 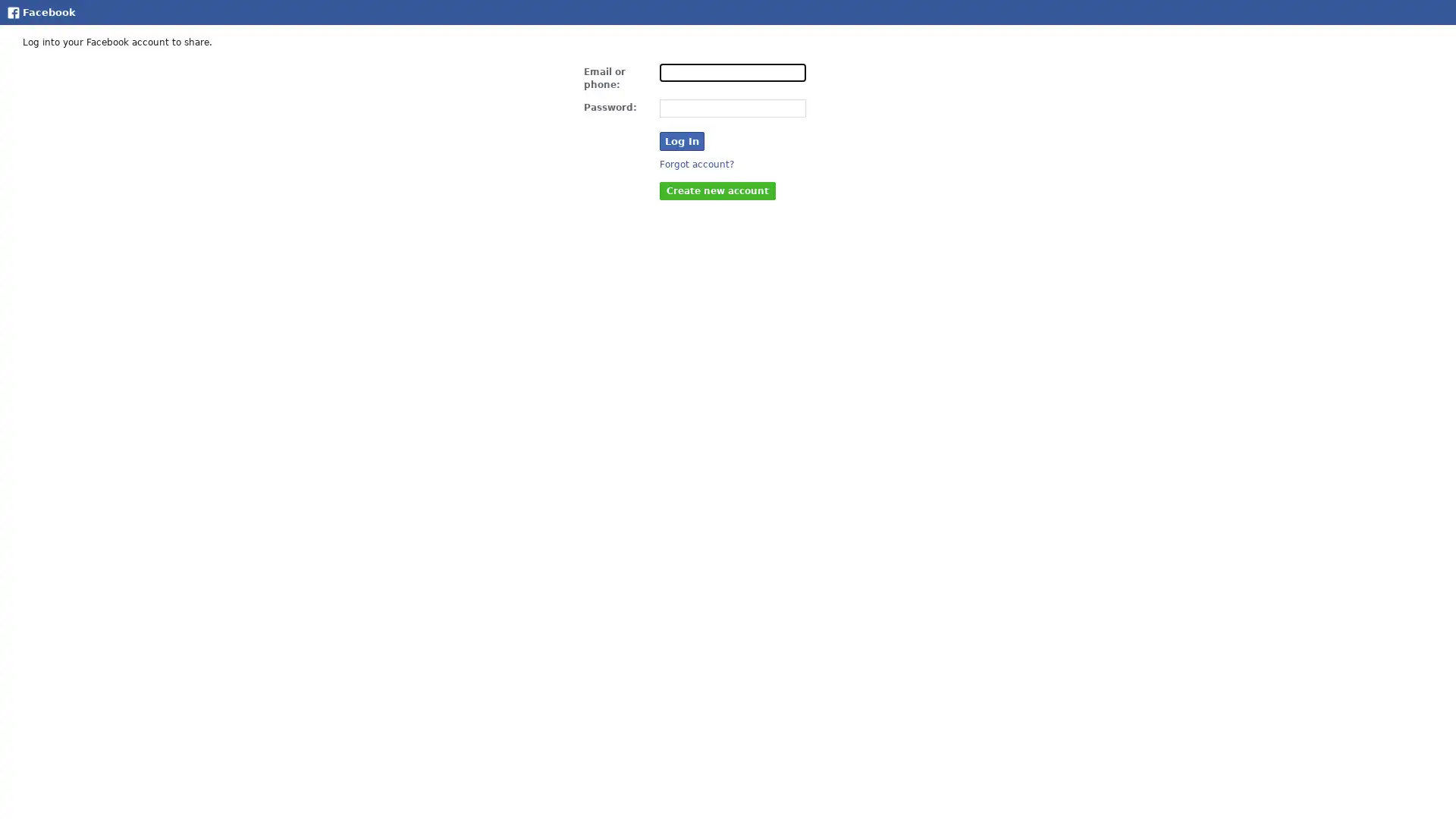 I want to click on Create new account, so click(x=717, y=189).